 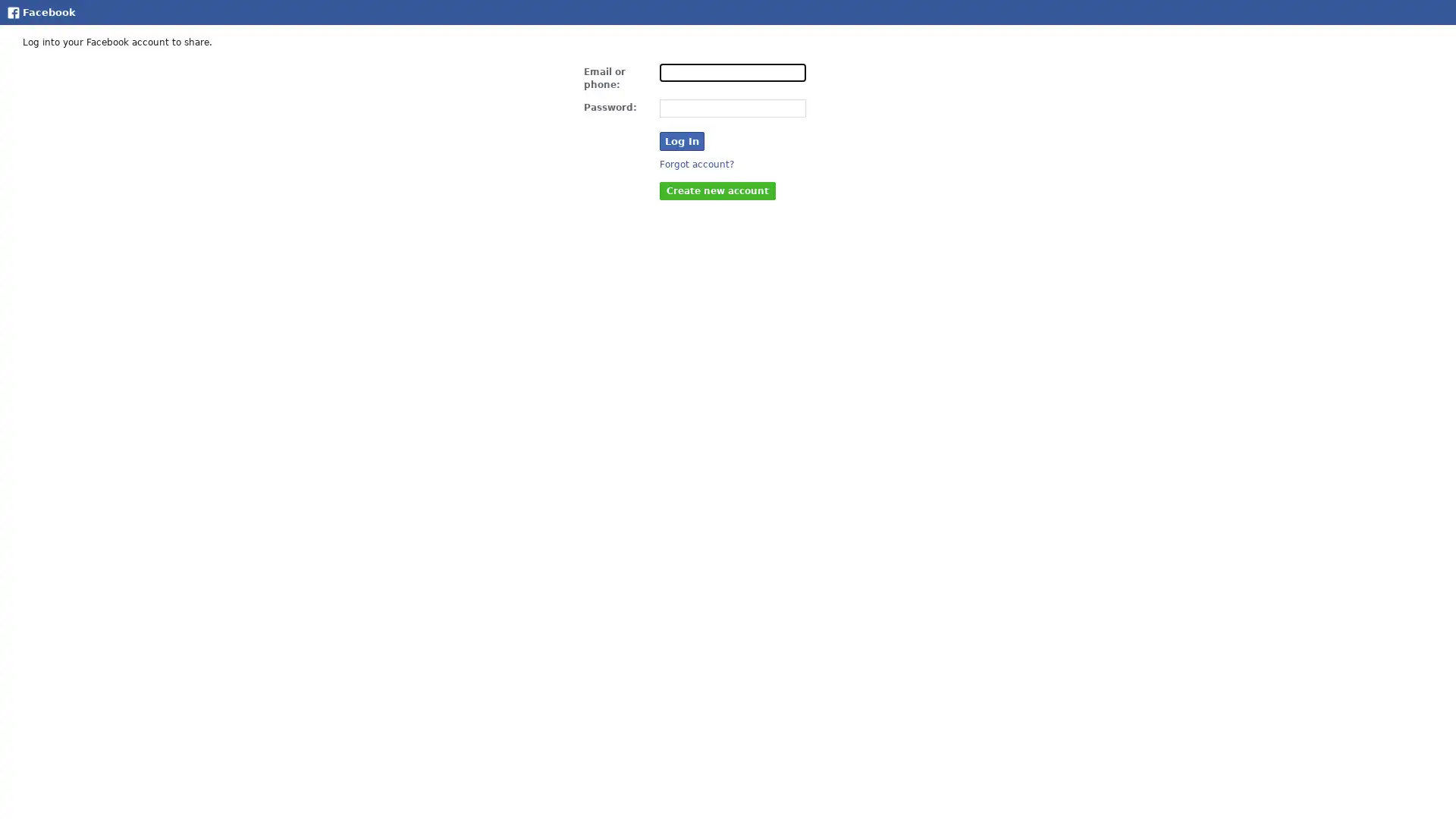 I want to click on Create new account, so click(x=717, y=189).